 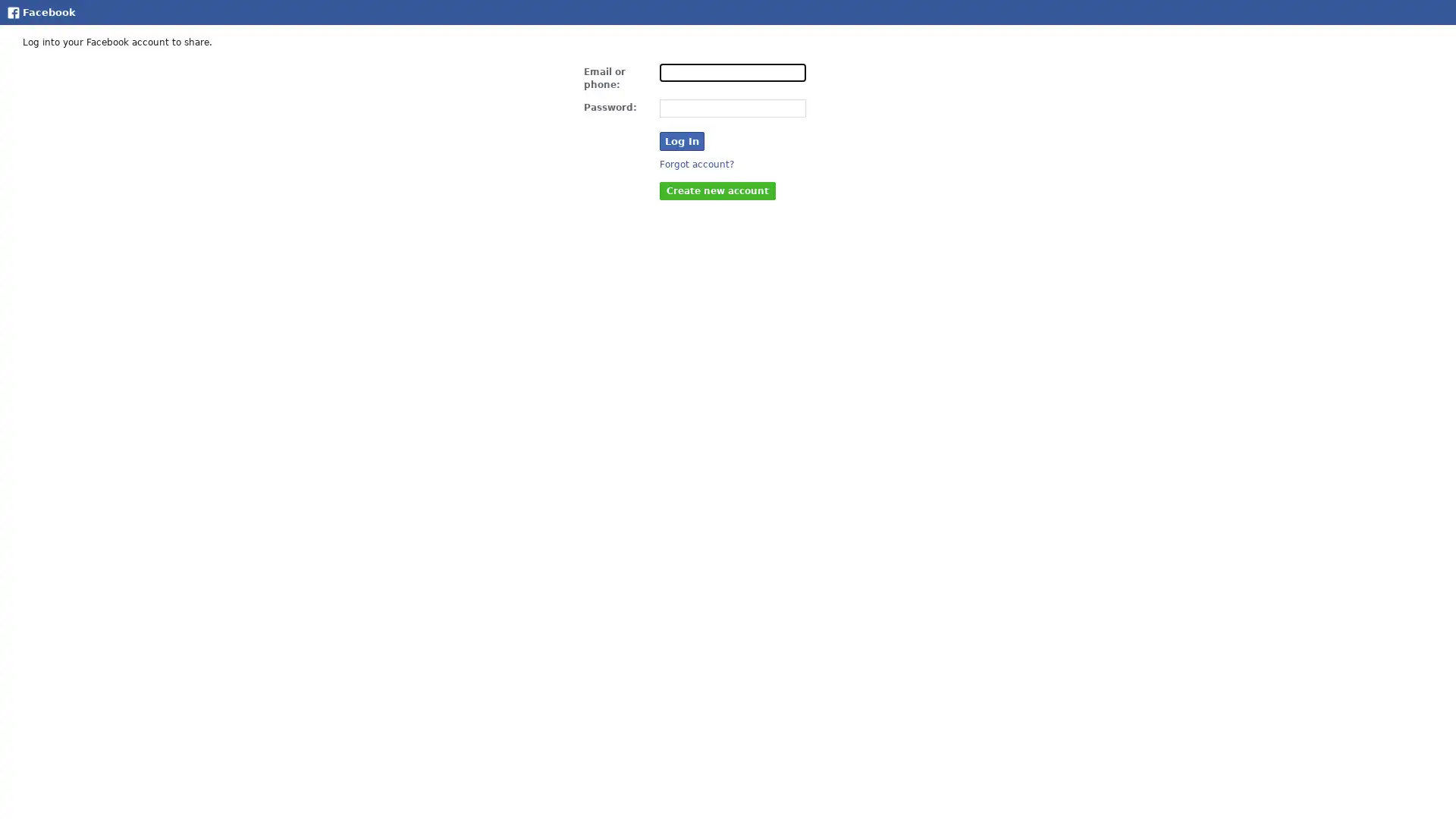 I want to click on Create new account, so click(x=717, y=189).